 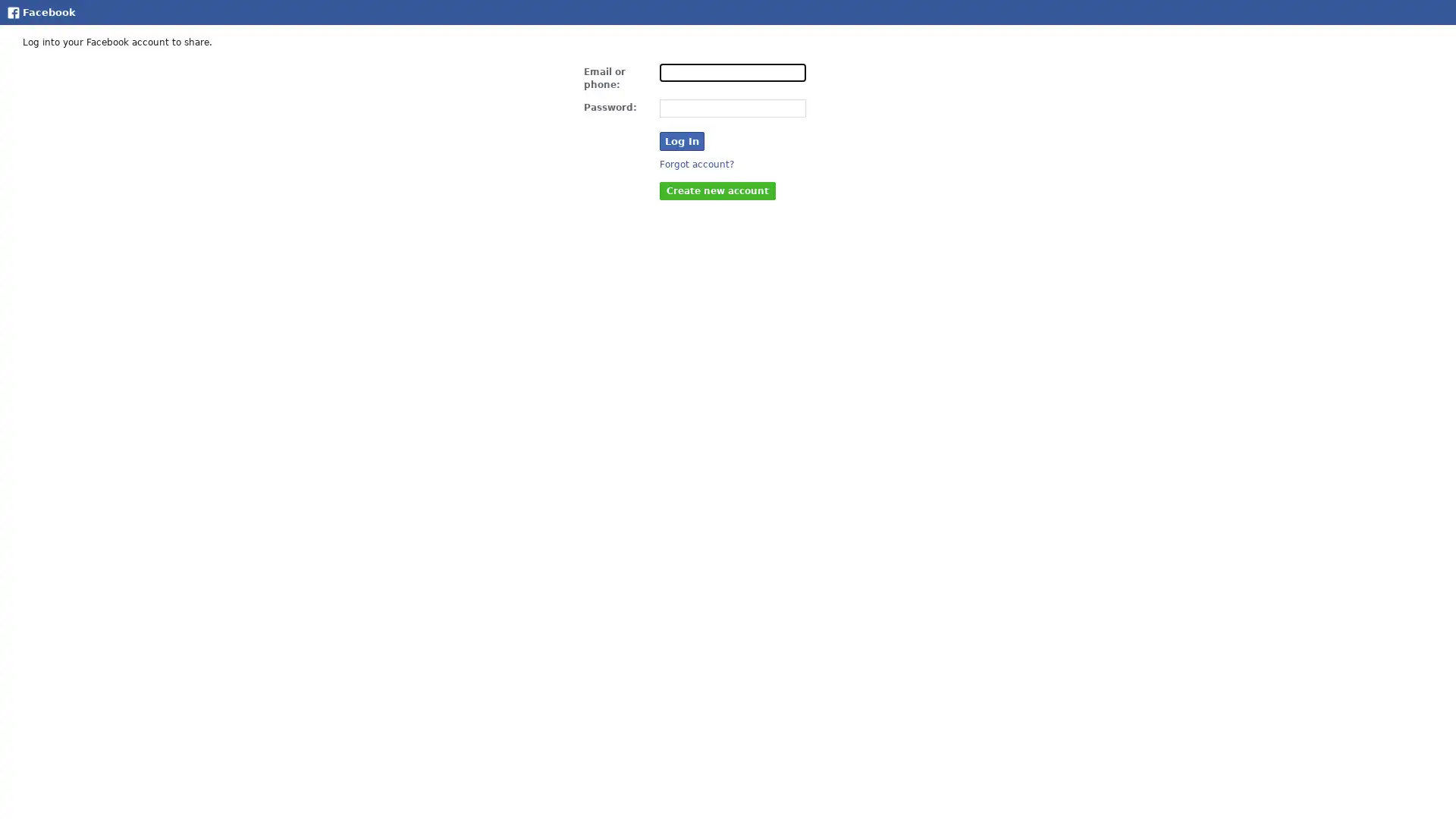 I want to click on Create new account, so click(x=717, y=189).